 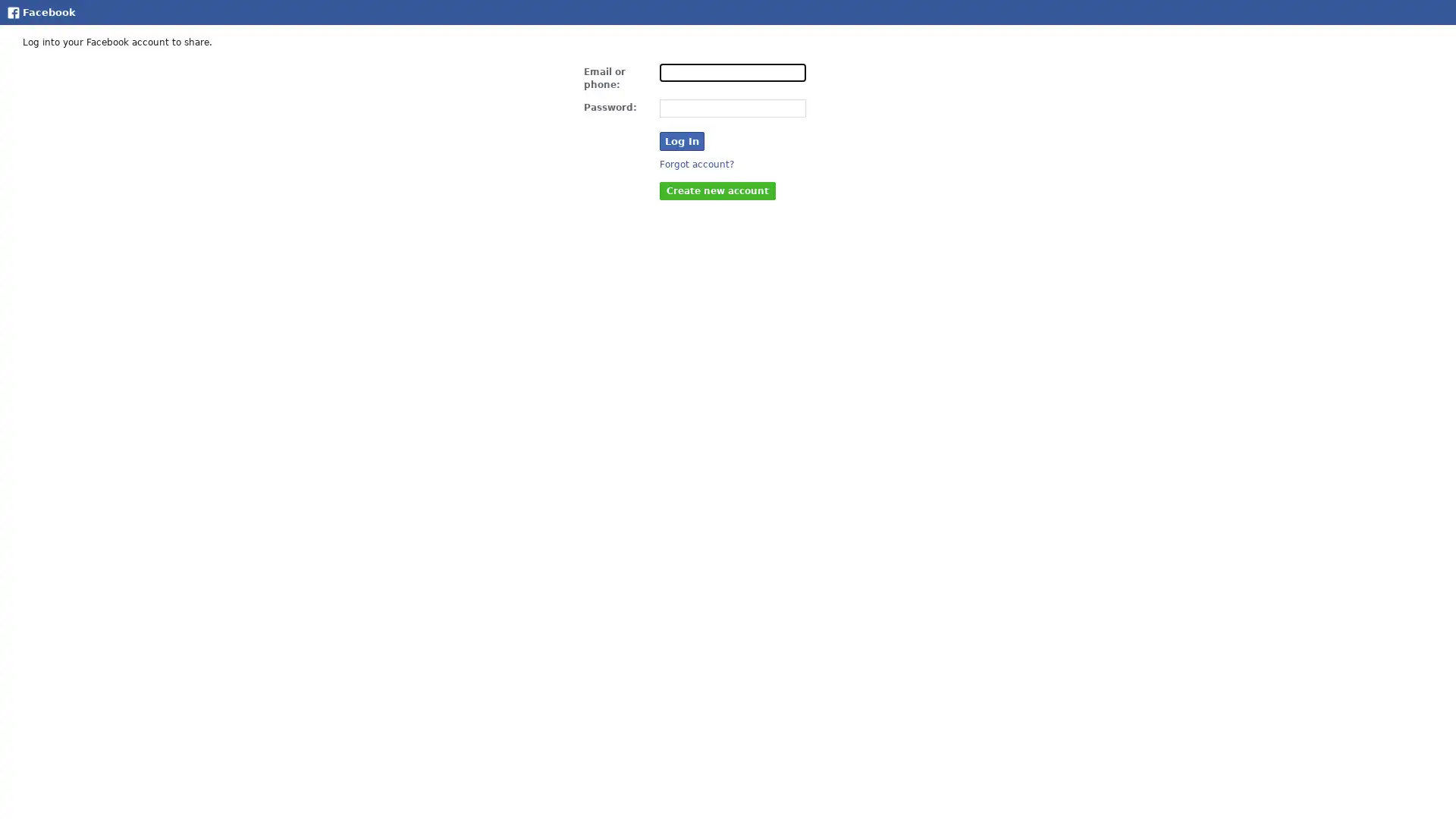 I want to click on Create new account, so click(x=717, y=189).